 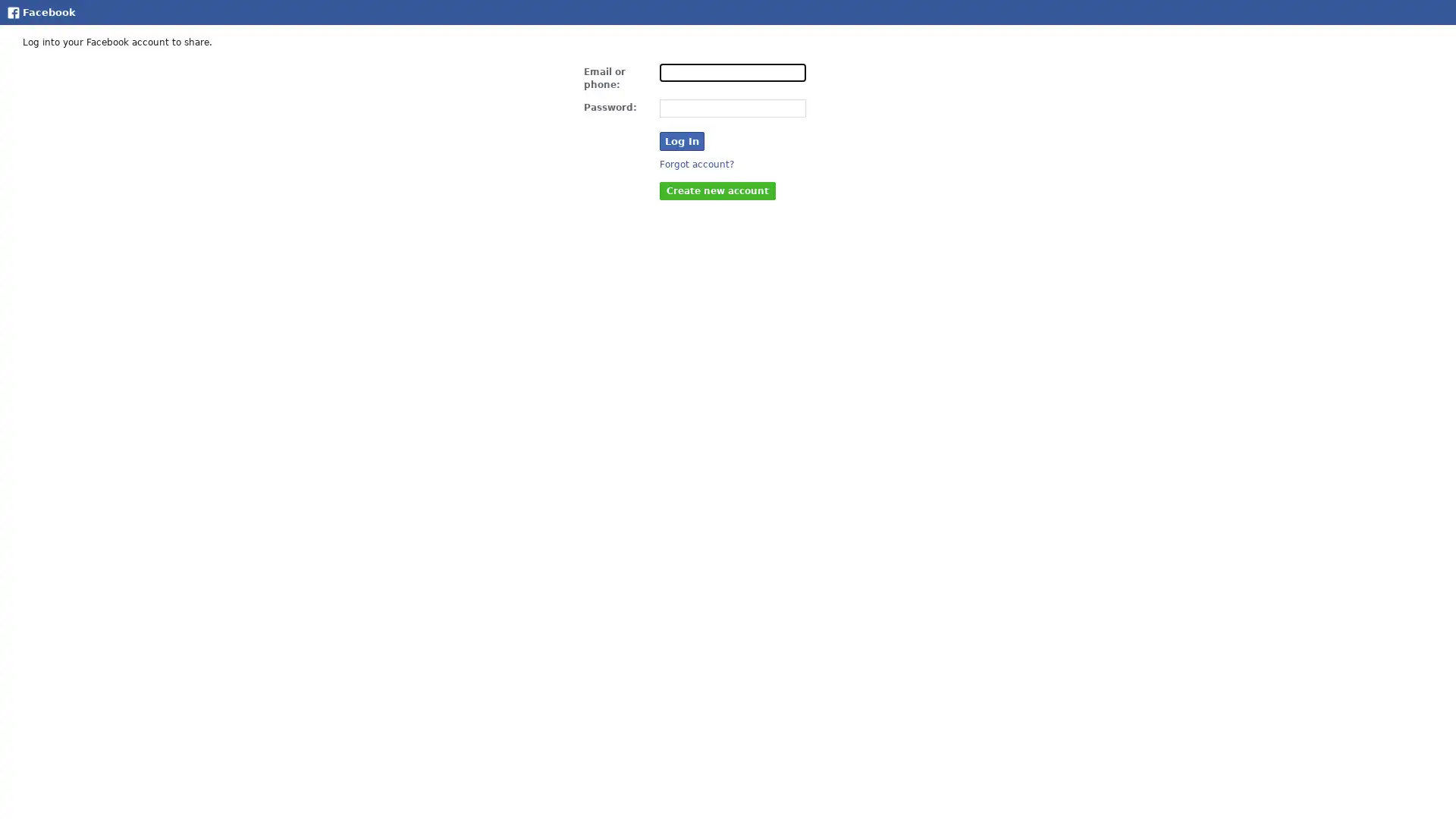 I want to click on Create new account, so click(x=717, y=189).